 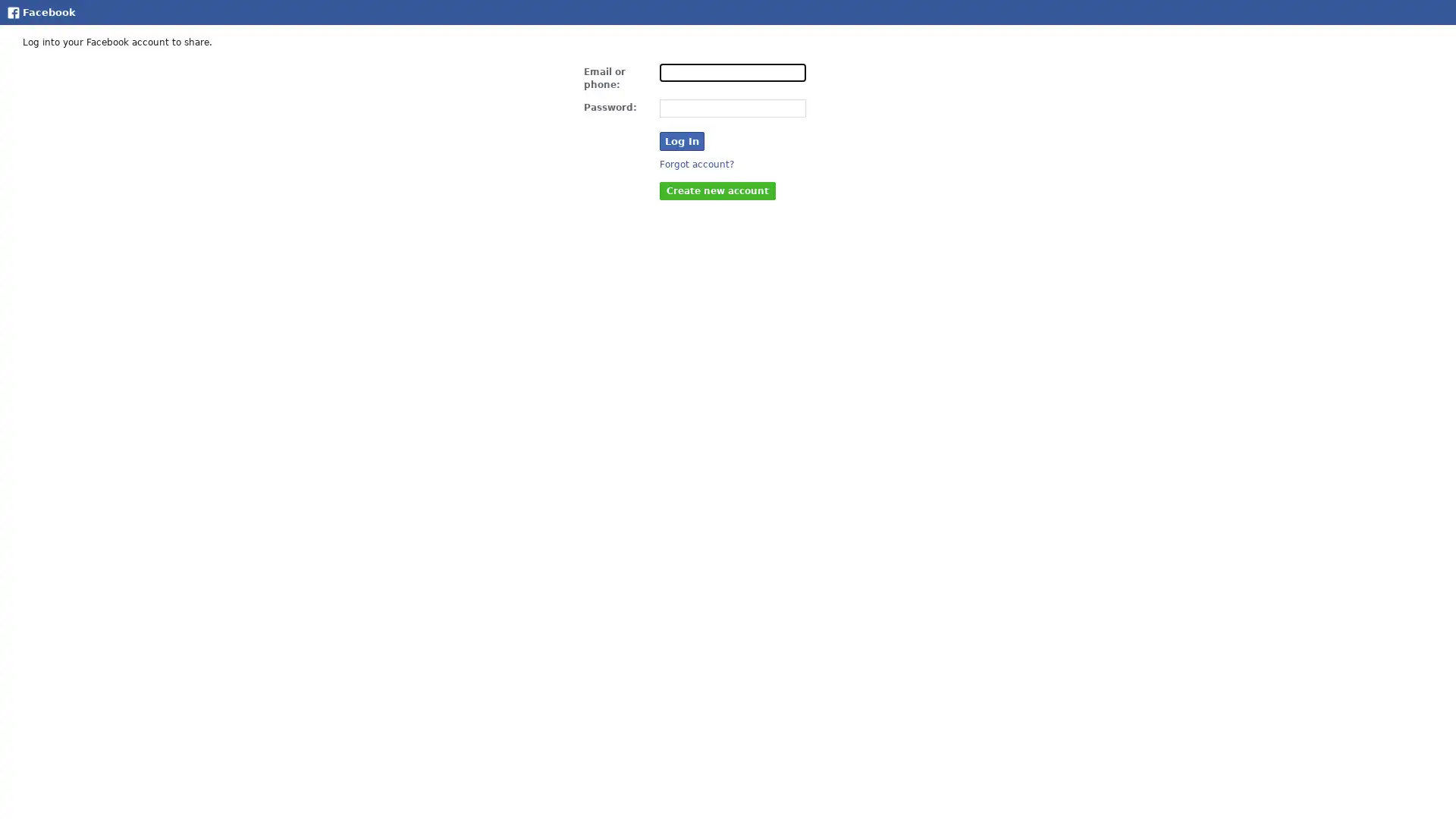 I want to click on Create new account, so click(x=717, y=189).